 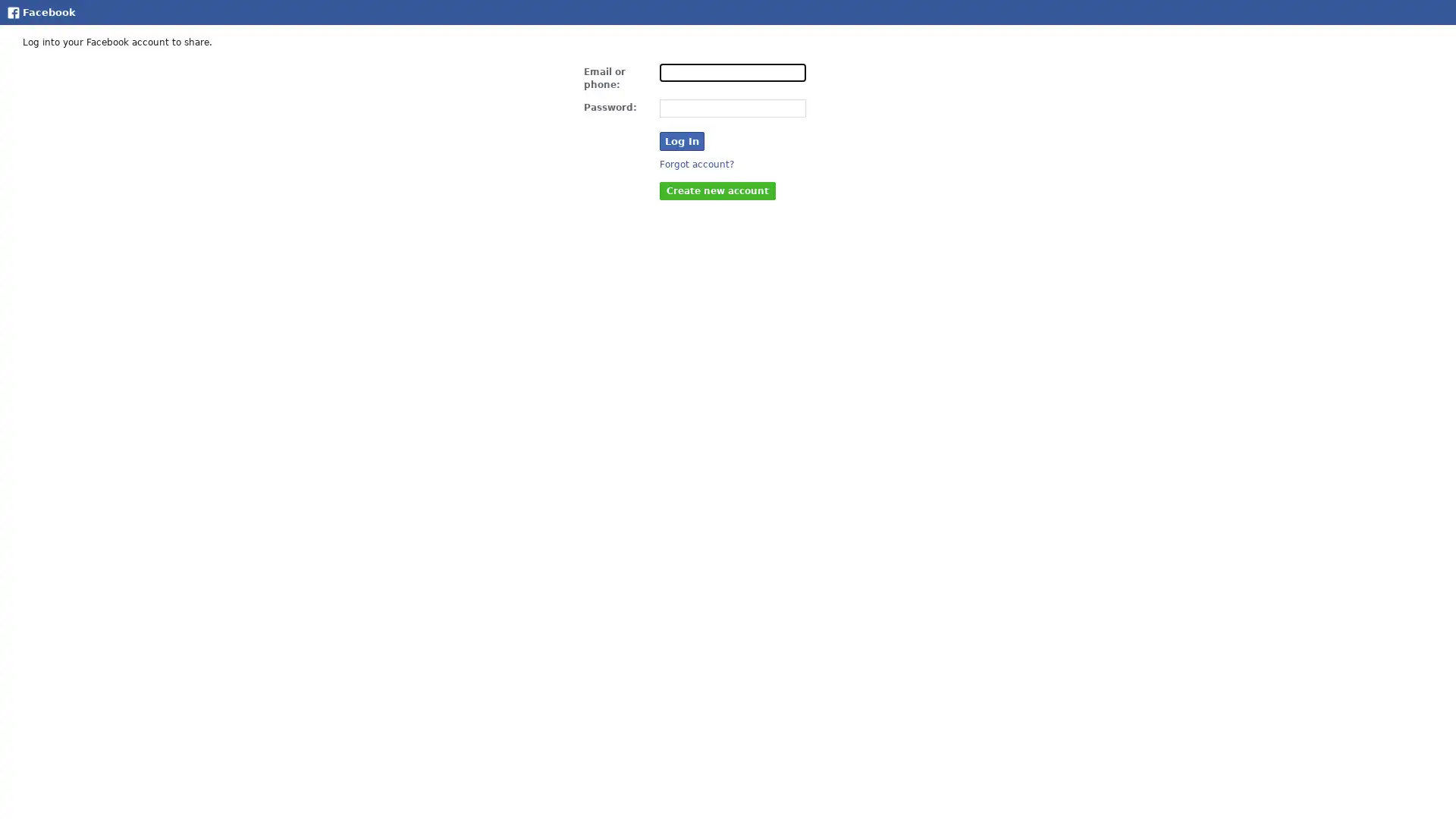 I want to click on Create new account, so click(x=717, y=189).